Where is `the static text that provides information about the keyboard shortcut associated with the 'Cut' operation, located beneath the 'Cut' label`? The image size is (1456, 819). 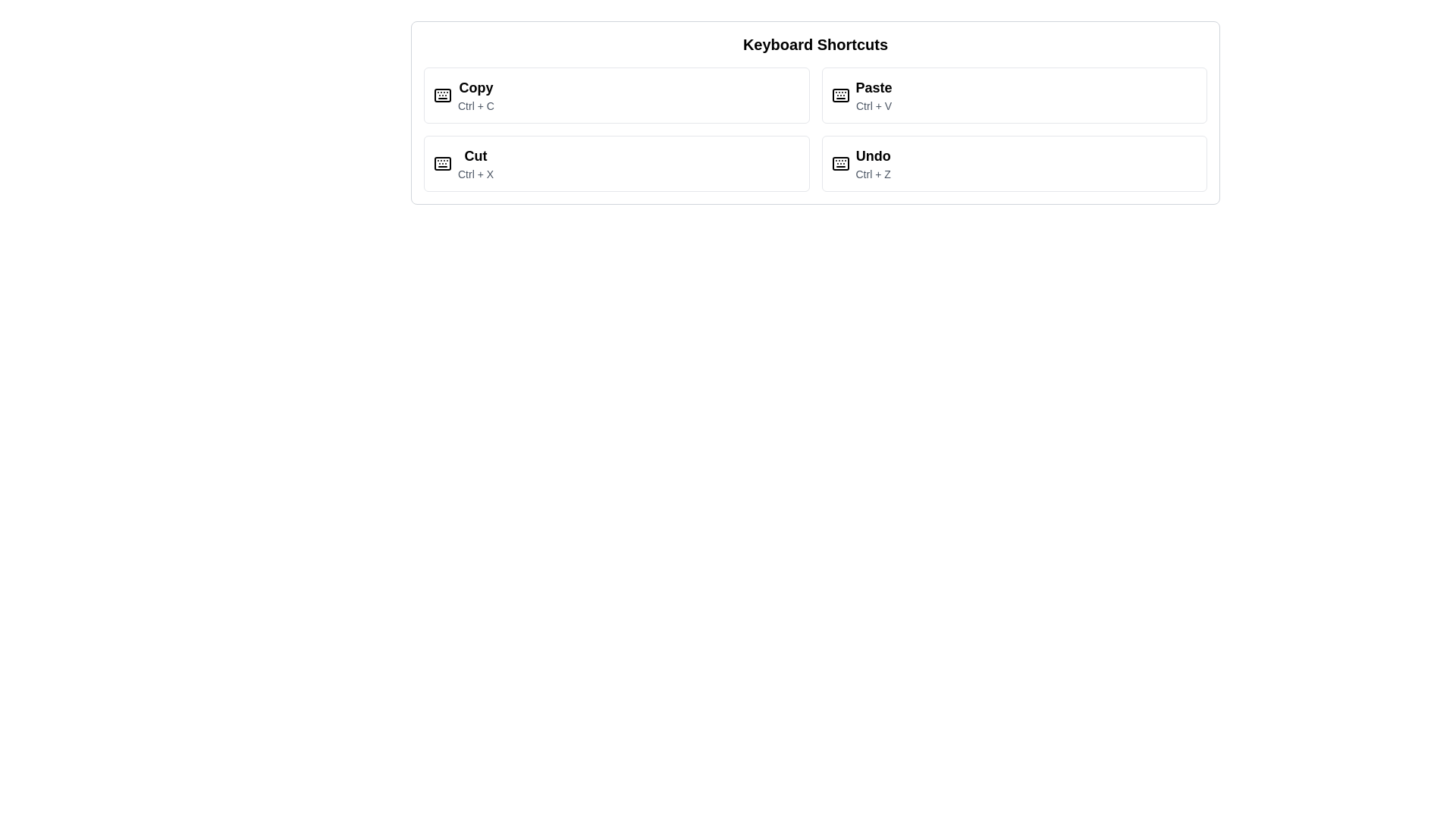 the static text that provides information about the keyboard shortcut associated with the 'Cut' operation, located beneath the 'Cut' label is located at coordinates (475, 174).